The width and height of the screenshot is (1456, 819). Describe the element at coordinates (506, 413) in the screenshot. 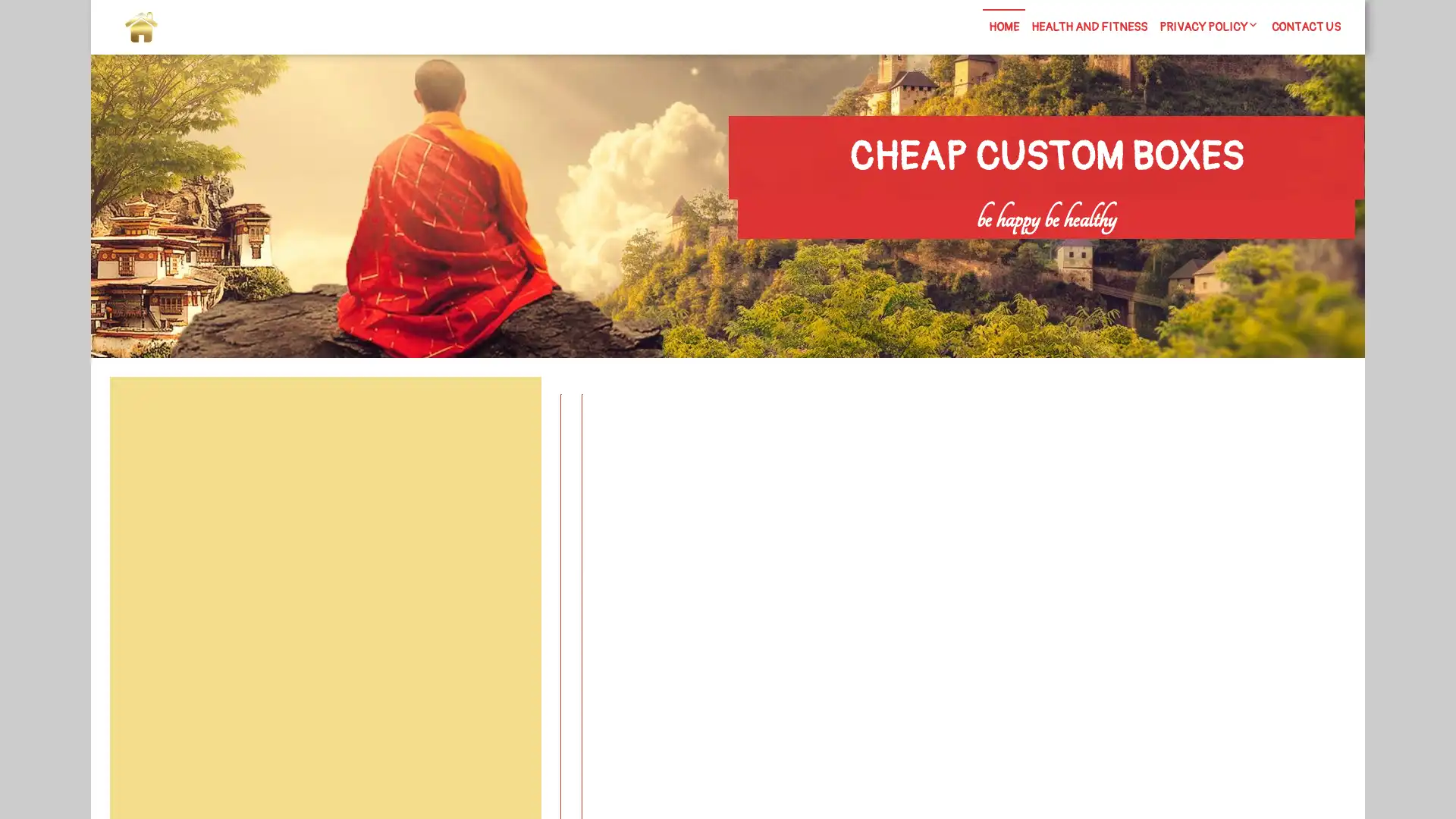

I see `Search` at that location.